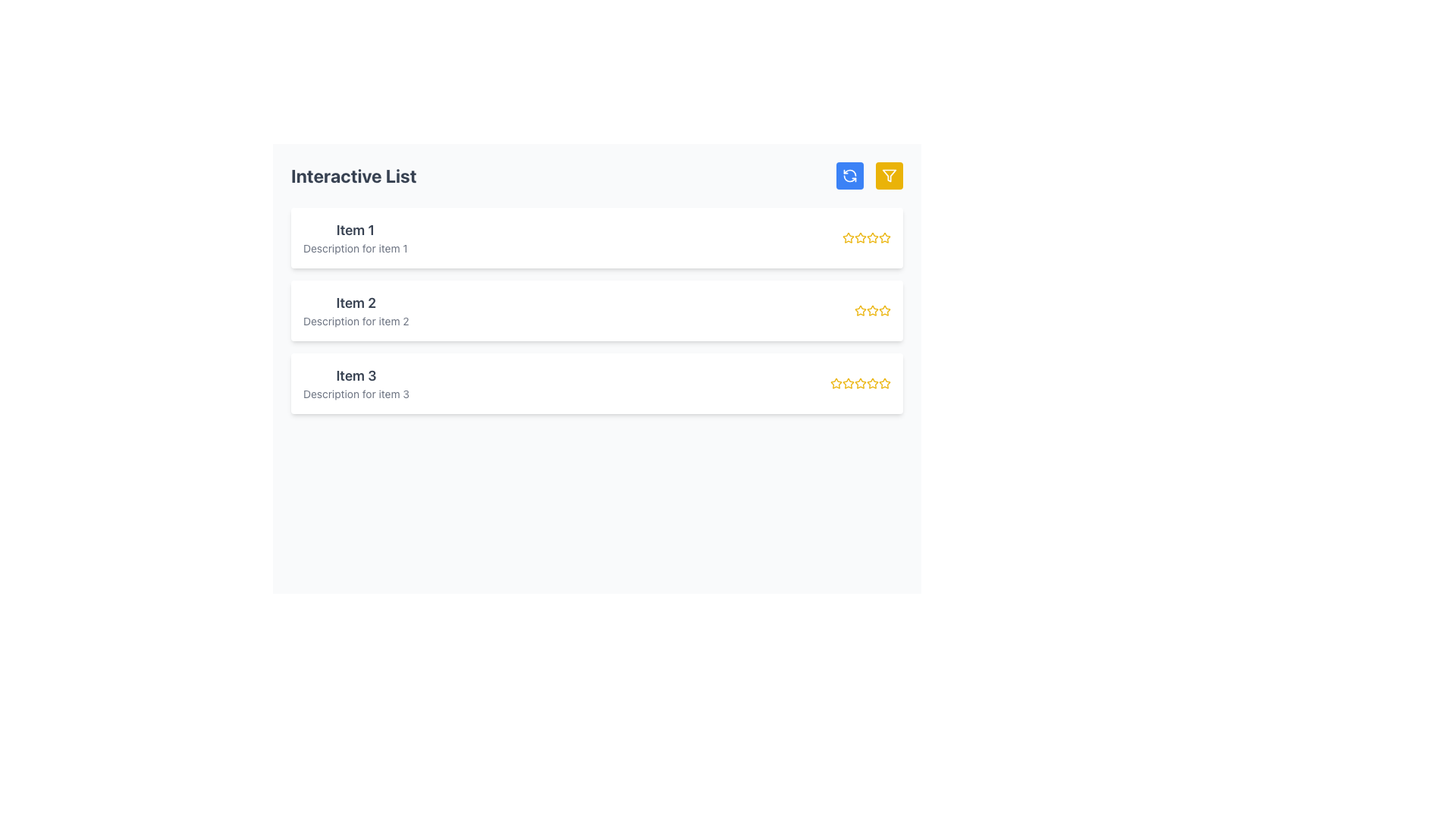 The image size is (1456, 819). I want to click on the first star icon in the rating system, so click(836, 382).